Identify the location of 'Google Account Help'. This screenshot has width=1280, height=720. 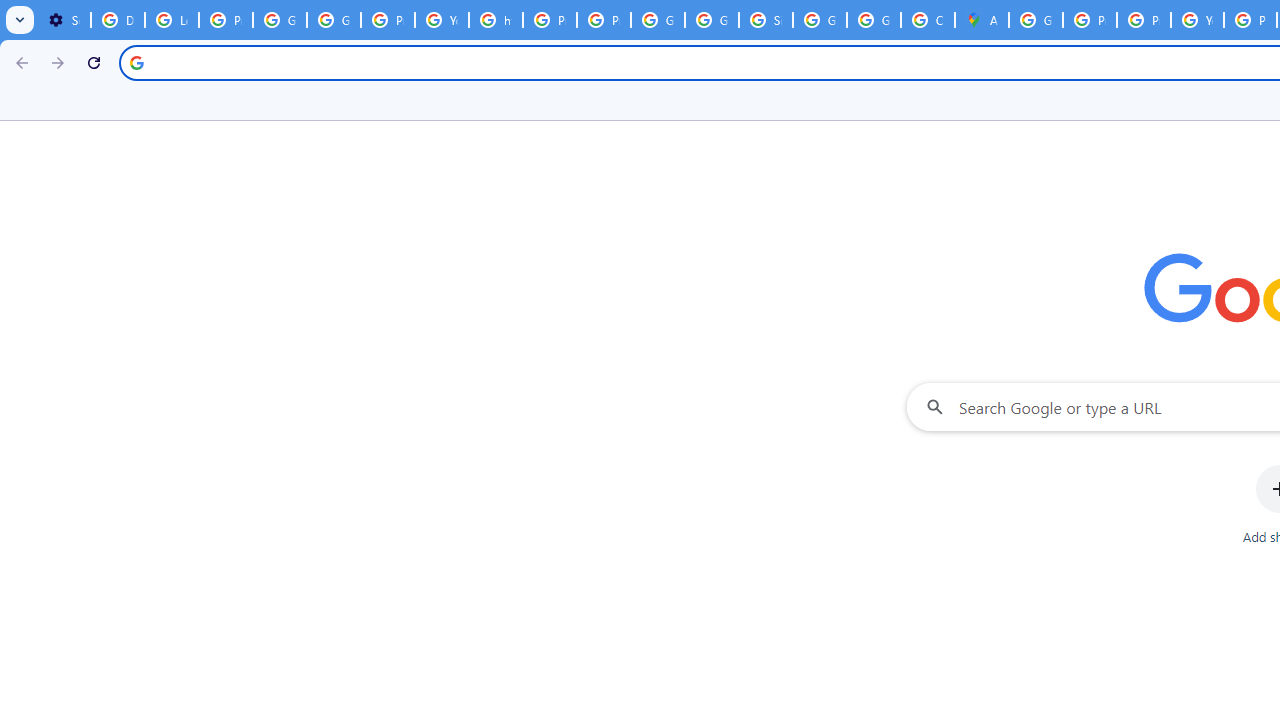
(279, 20).